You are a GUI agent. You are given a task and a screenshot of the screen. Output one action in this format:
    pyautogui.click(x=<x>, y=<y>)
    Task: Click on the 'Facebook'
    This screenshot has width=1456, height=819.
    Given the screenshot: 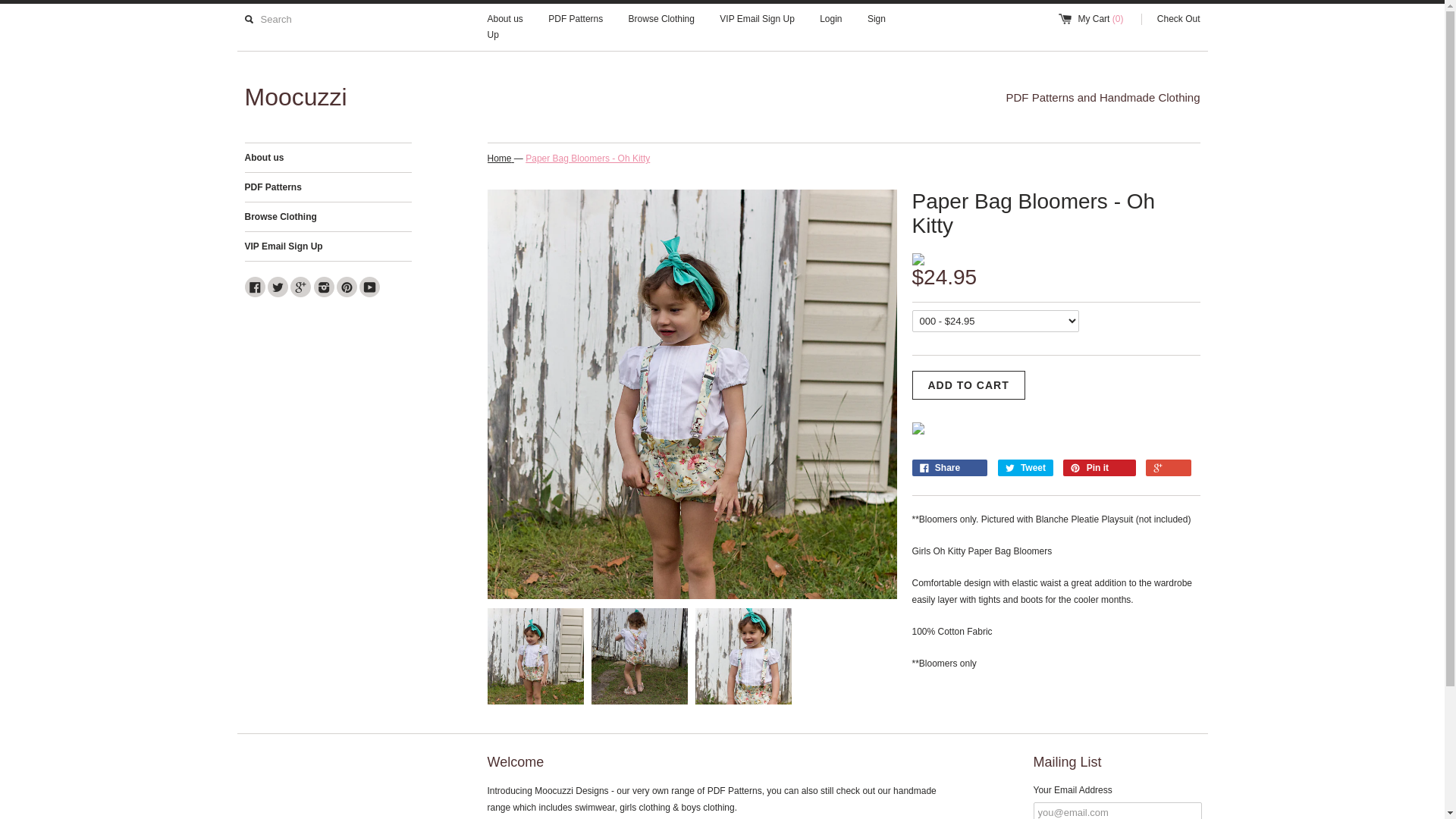 What is the action you would take?
    pyautogui.click(x=243, y=287)
    